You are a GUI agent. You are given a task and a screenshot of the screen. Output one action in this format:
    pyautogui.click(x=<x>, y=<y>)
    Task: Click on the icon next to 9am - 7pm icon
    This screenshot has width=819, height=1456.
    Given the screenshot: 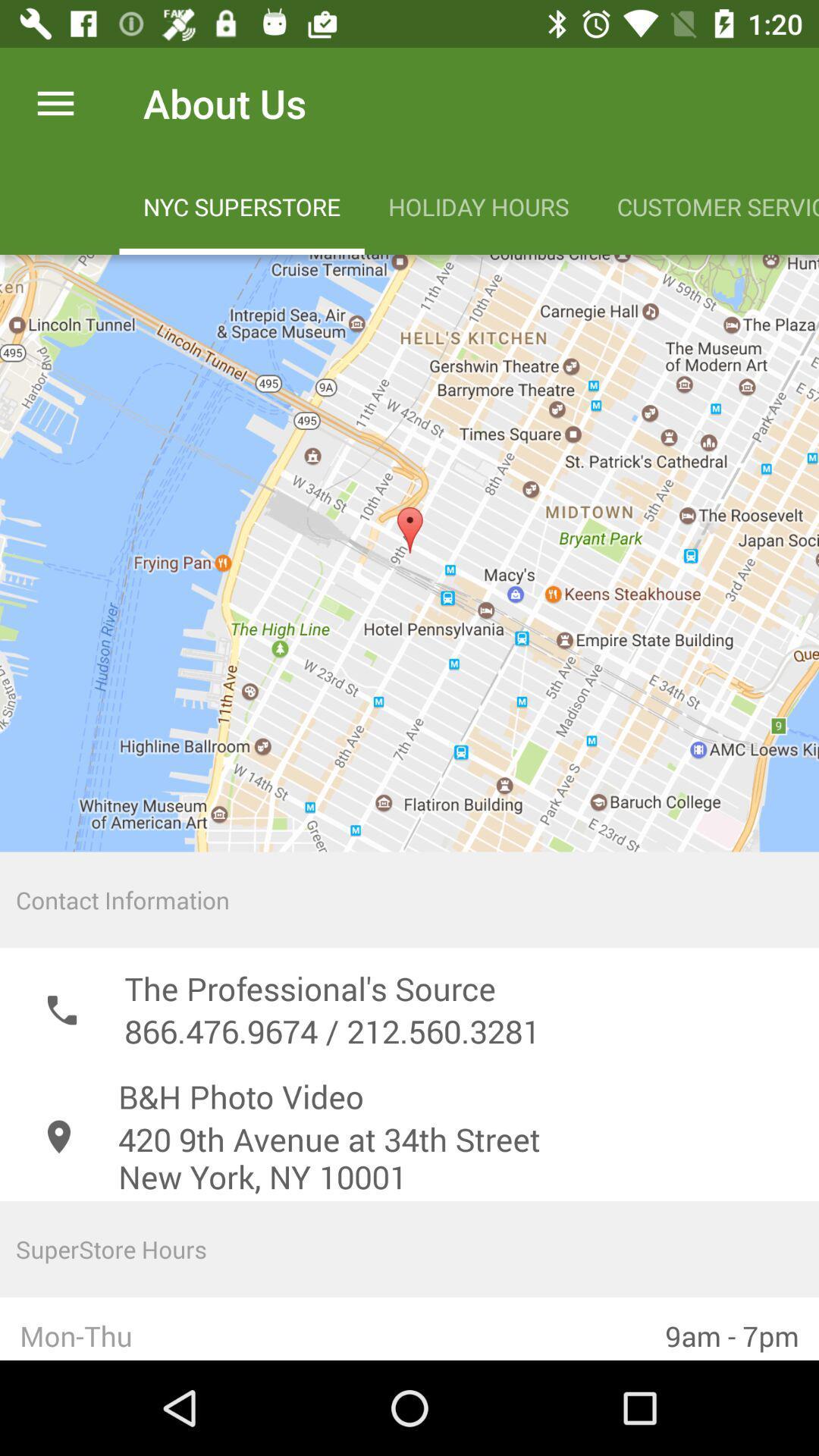 What is the action you would take?
    pyautogui.click(x=322, y=1328)
    